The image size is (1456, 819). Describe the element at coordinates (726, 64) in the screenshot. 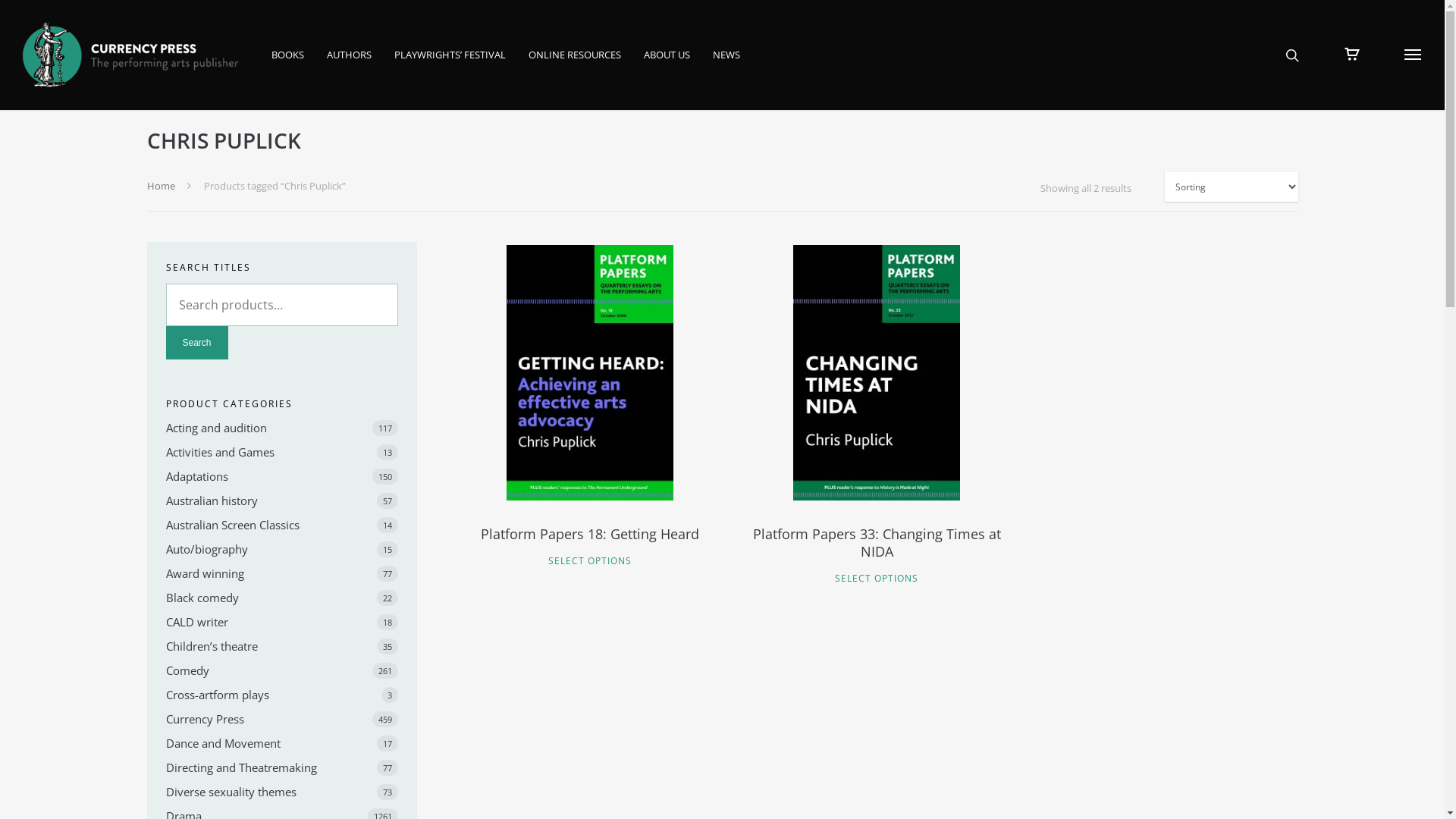

I see `'NEWS'` at that location.